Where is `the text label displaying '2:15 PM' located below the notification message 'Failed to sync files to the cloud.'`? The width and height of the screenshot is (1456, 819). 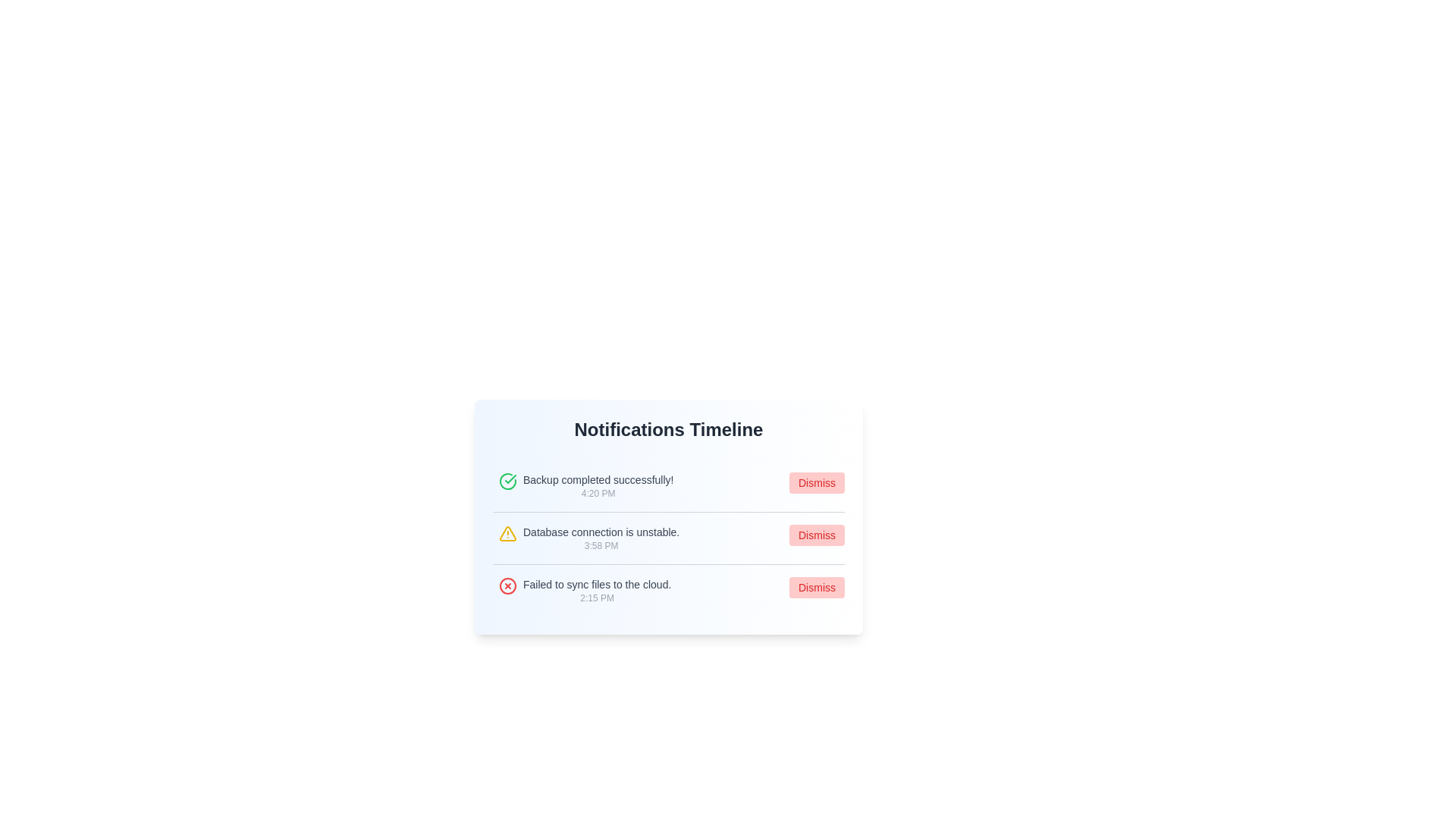 the text label displaying '2:15 PM' located below the notification message 'Failed to sync files to the cloud.' is located at coordinates (596, 598).